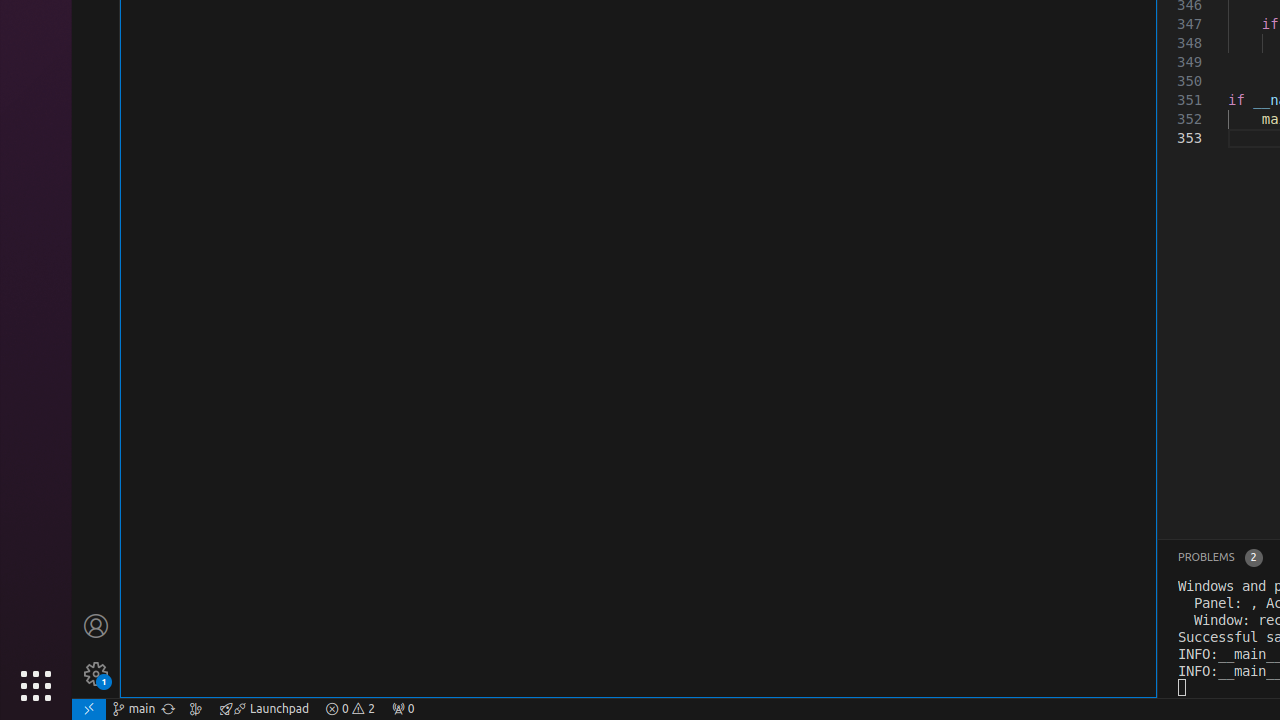 The width and height of the screenshot is (1280, 720). What do you see at coordinates (87, 707) in the screenshot?
I see `'remote'` at bounding box center [87, 707].